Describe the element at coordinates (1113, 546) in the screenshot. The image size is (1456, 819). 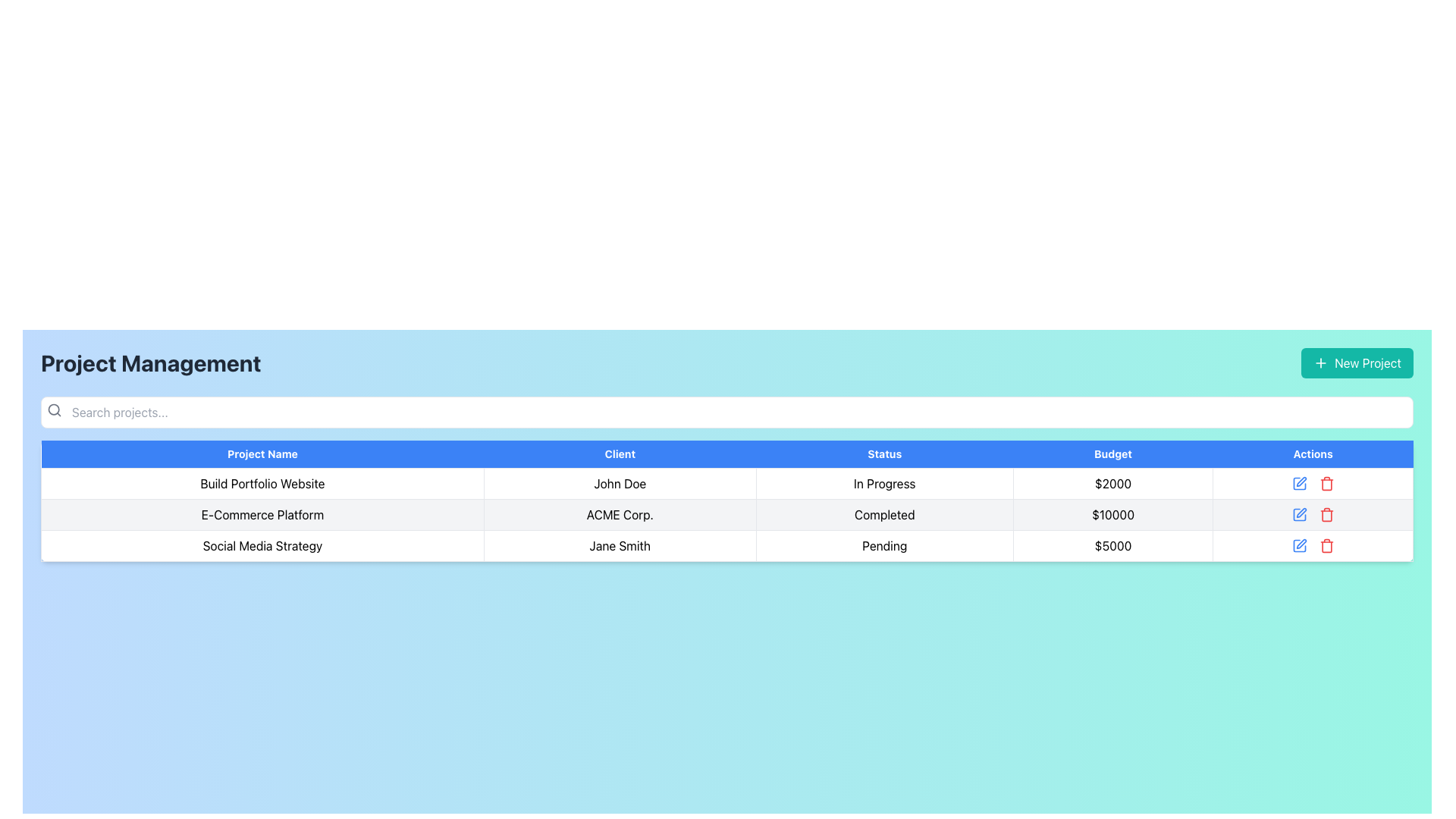
I see `the Text Label displaying '$5000' in the 4th column of the 3rd row in the 'Project Management' table` at that location.